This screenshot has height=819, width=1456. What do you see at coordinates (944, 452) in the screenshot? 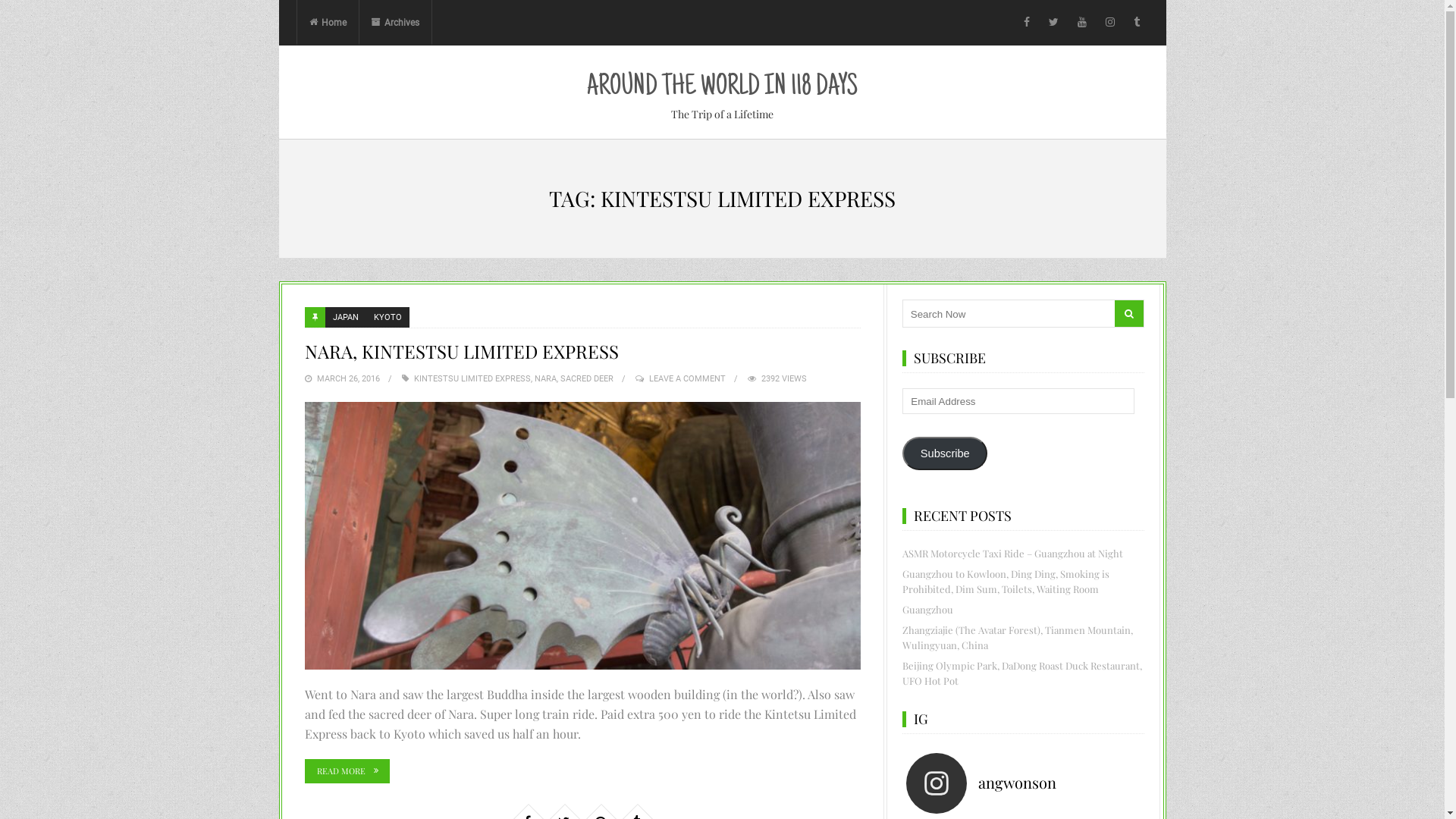
I see `'Subscribe'` at bounding box center [944, 452].